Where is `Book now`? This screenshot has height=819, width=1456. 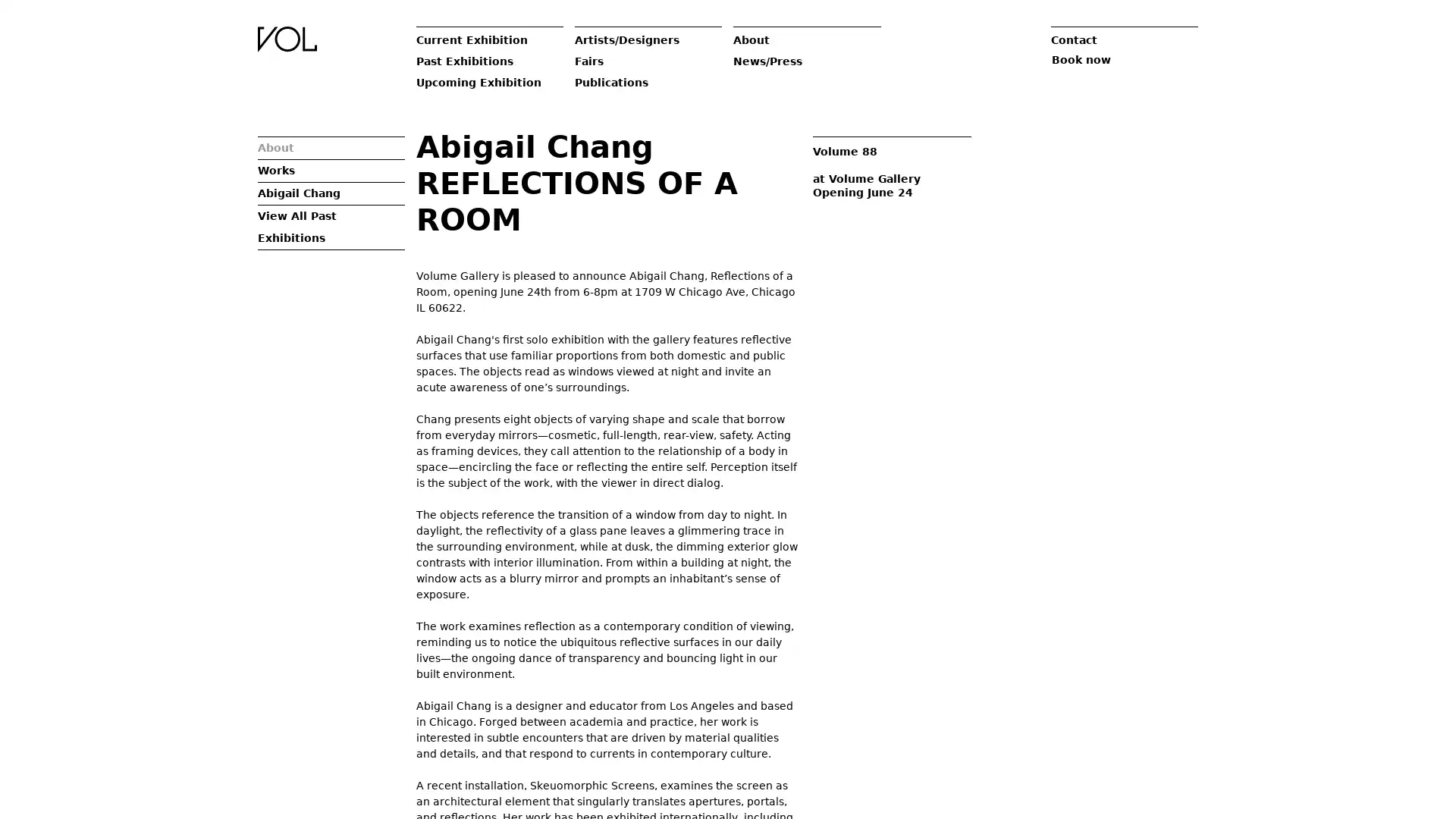 Book now is located at coordinates (1118, 70).